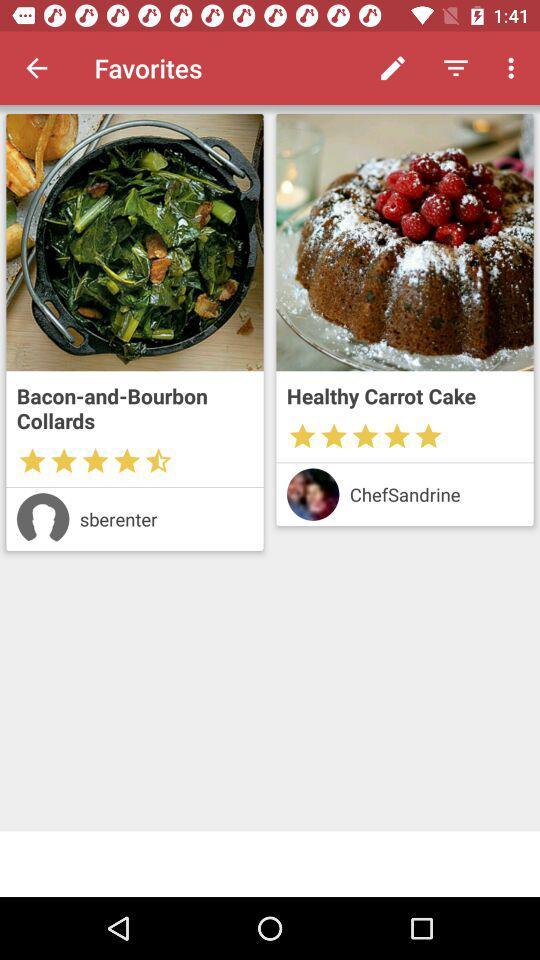 The width and height of the screenshot is (540, 960). What do you see at coordinates (135, 407) in the screenshot?
I see `the bacon and bourbon item` at bounding box center [135, 407].